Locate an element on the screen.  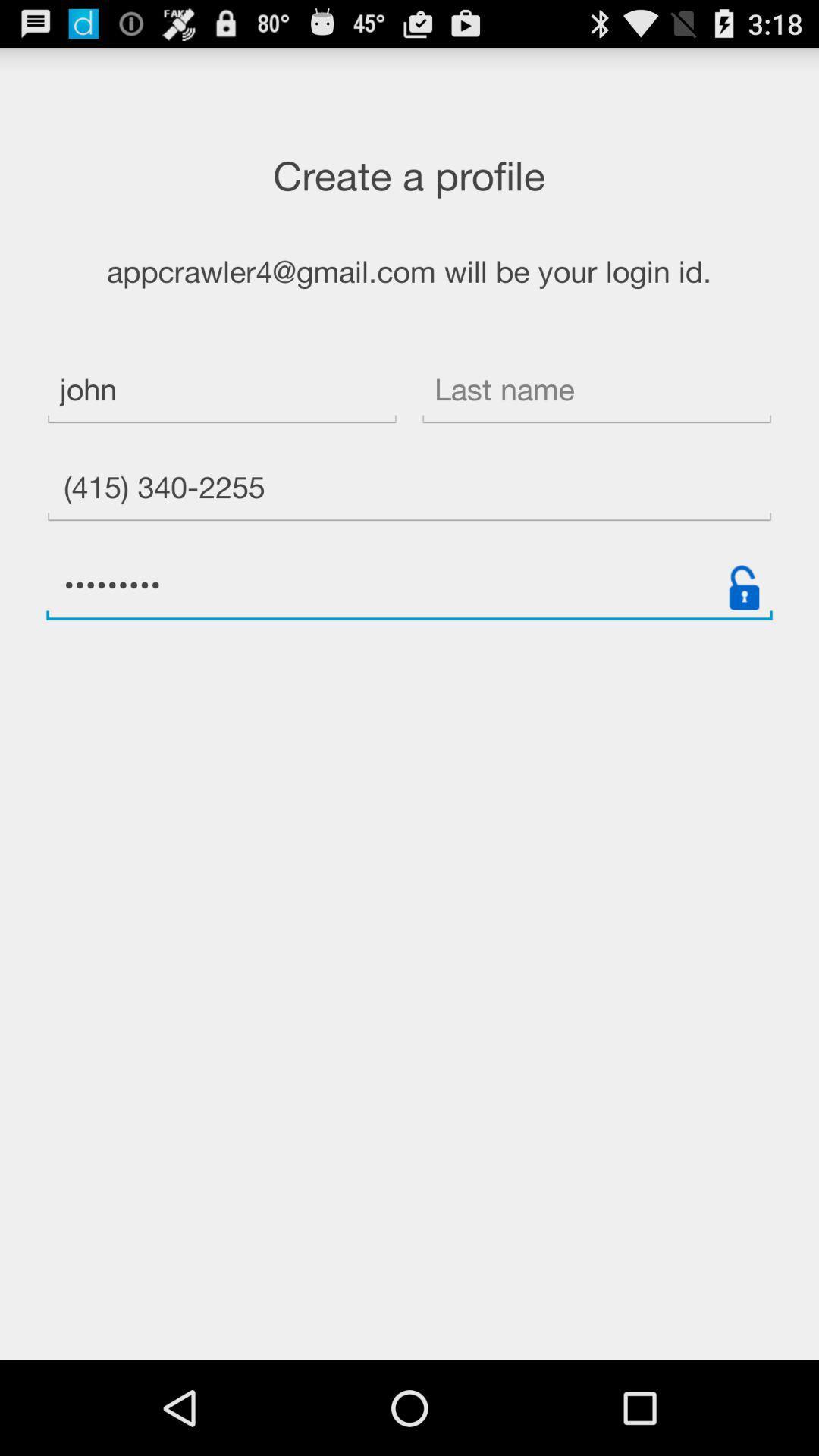
the item below the (415) 340-2255 is located at coordinates (743, 587).